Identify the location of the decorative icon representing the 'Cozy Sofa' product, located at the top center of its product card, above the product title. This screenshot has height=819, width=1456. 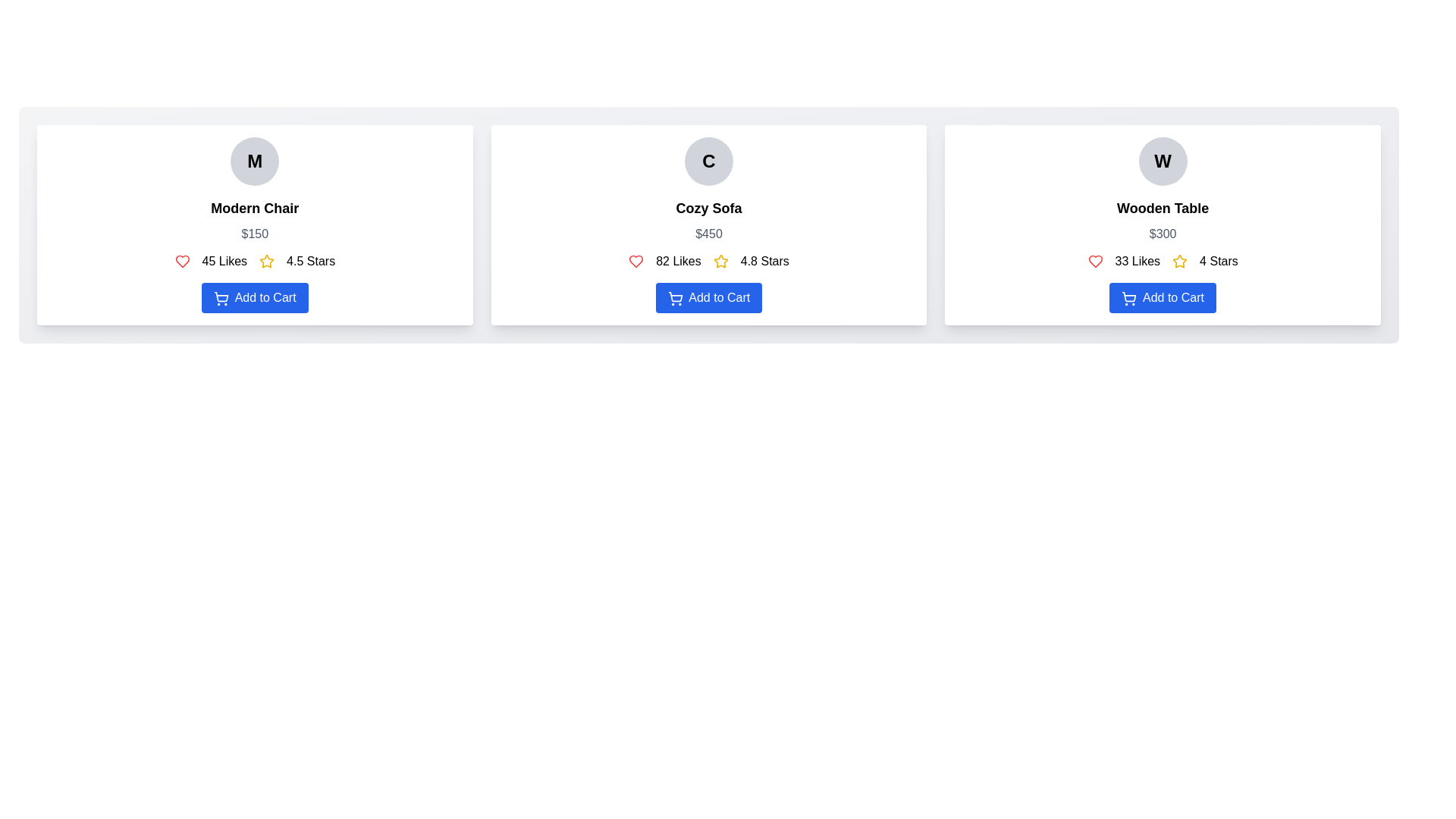
(708, 161).